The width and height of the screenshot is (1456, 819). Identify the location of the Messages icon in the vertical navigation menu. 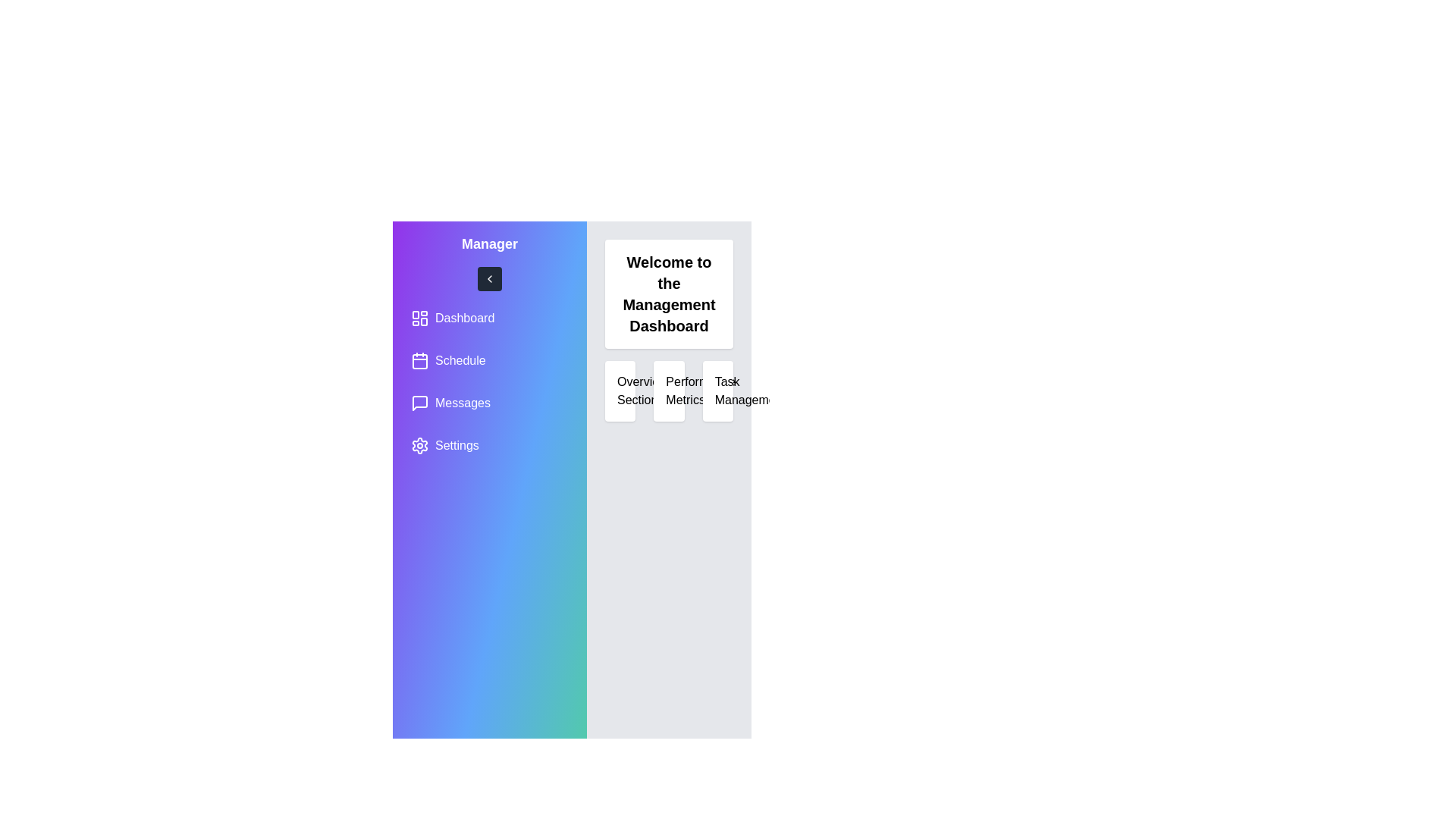
(419, 403).